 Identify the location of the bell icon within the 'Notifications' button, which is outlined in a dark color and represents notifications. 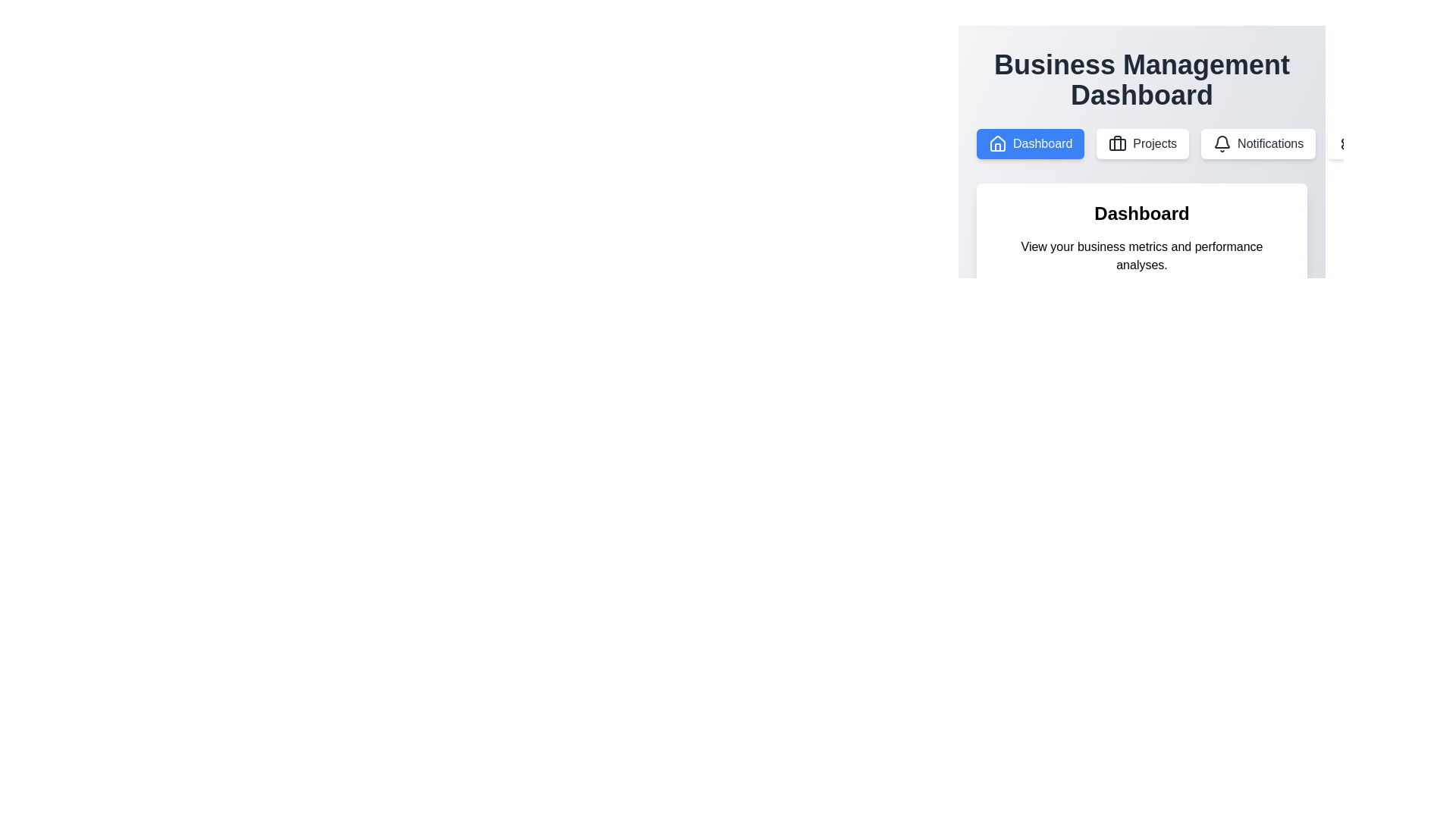
(1222, 143).